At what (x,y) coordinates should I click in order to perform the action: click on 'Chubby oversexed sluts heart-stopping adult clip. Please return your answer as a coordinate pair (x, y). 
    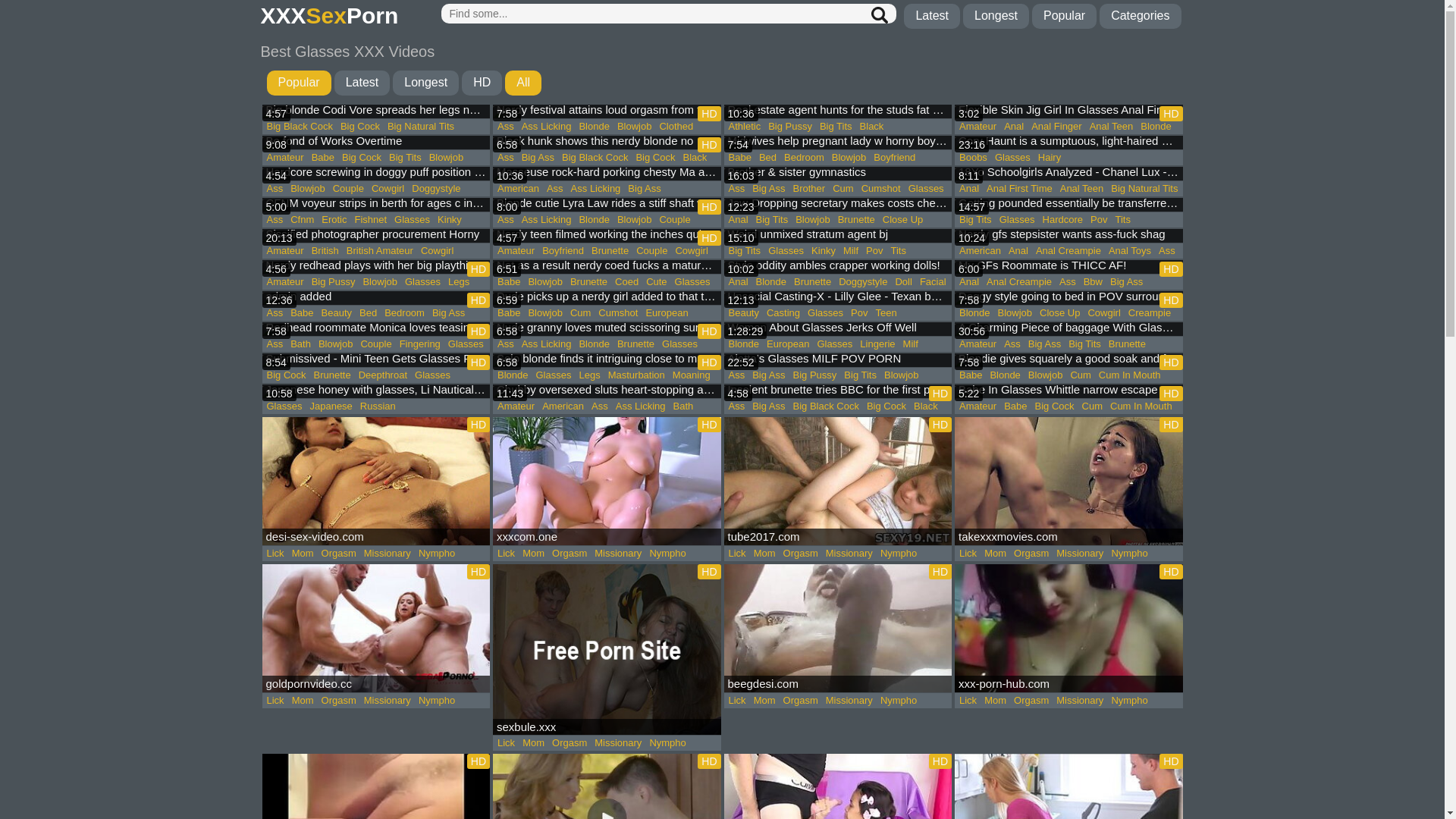
    Looking at the image, I should click on (607, 391).